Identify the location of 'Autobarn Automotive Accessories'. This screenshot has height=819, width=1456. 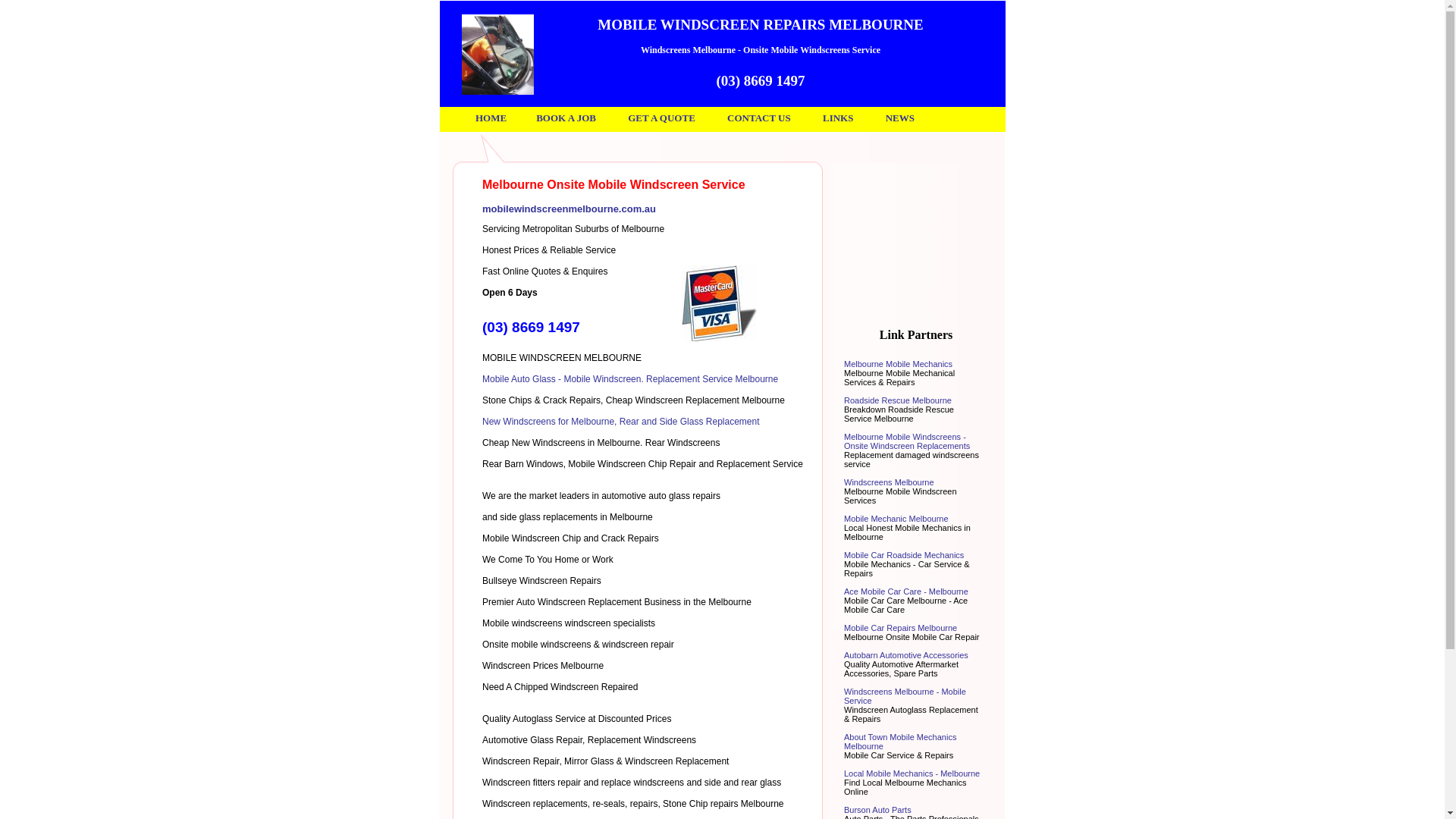
(843, 654).